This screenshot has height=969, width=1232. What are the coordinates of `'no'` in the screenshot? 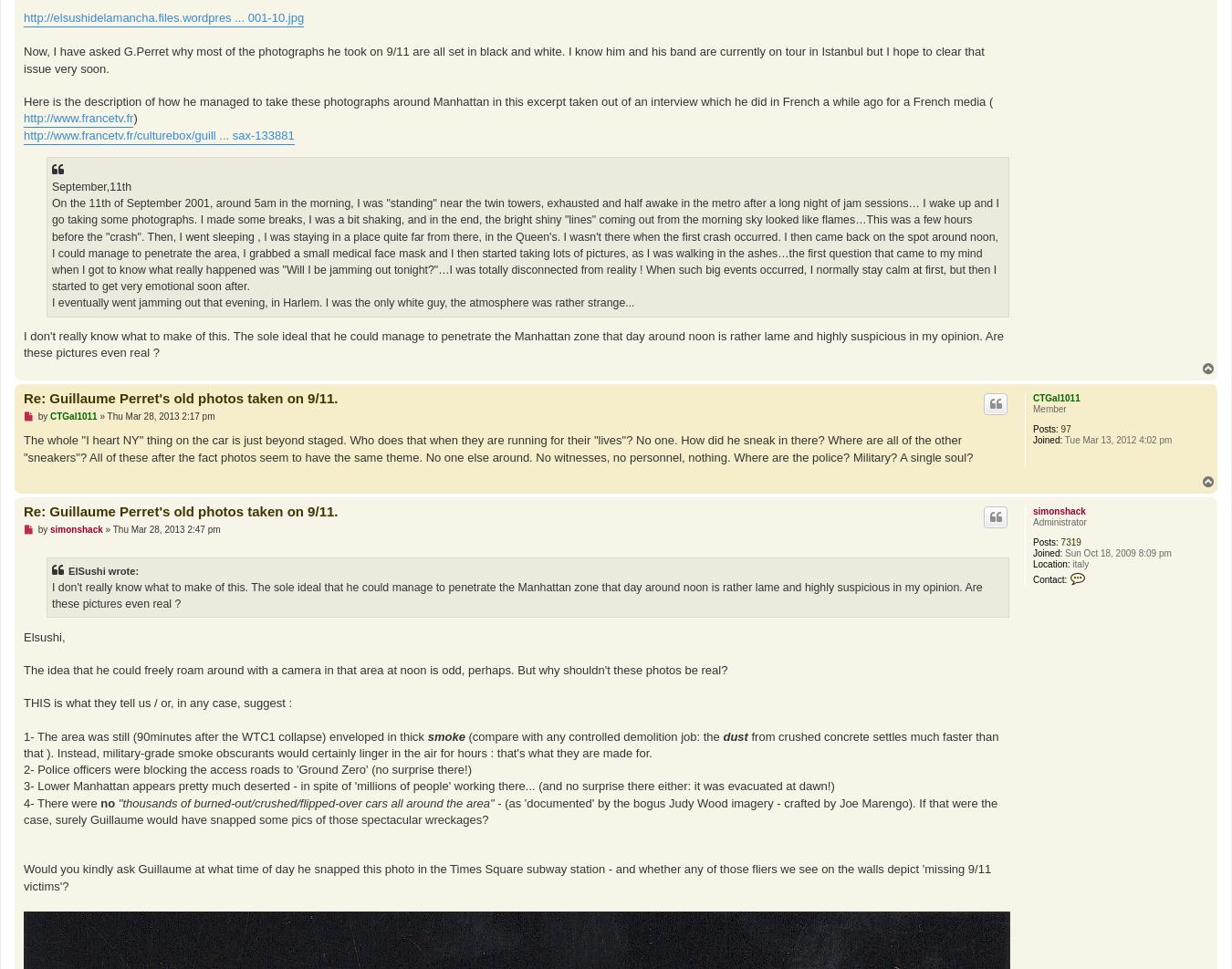 It's located at (99, 801).